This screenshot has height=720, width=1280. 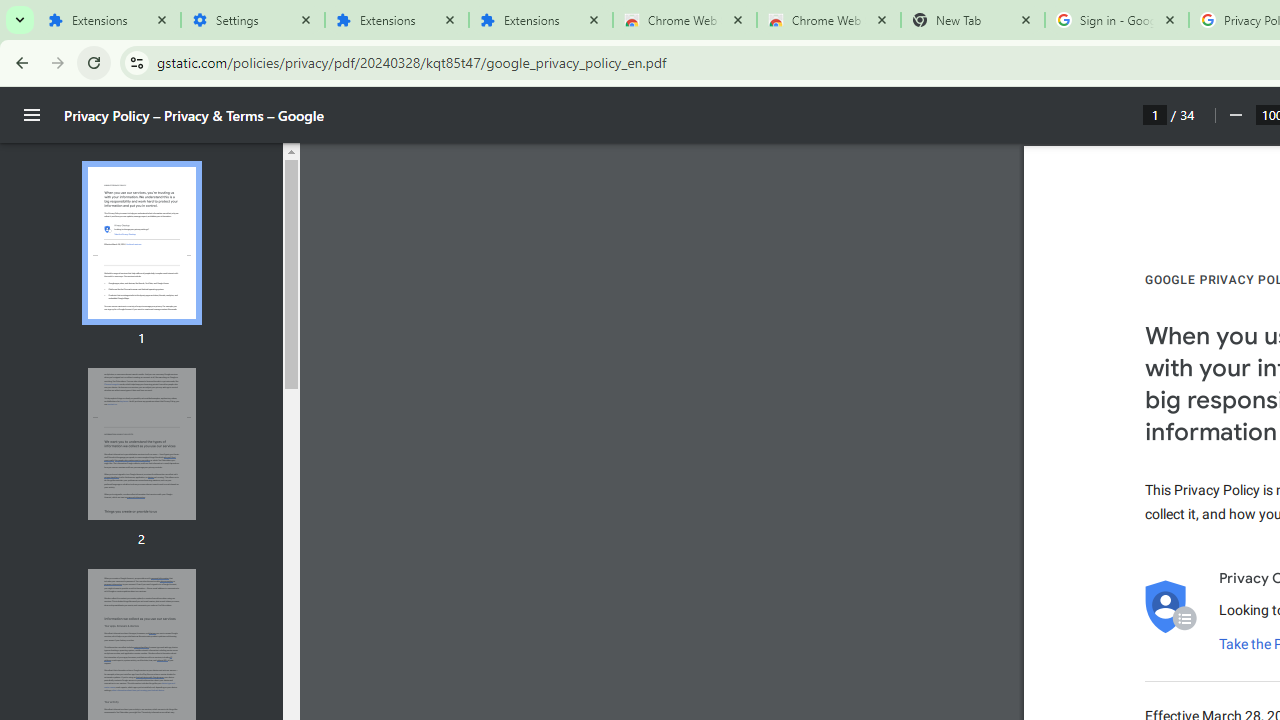 What do you see at coordinates (540, 20) in the screenshot?
I see `'Extensions'` at bounding box center [540, 20].